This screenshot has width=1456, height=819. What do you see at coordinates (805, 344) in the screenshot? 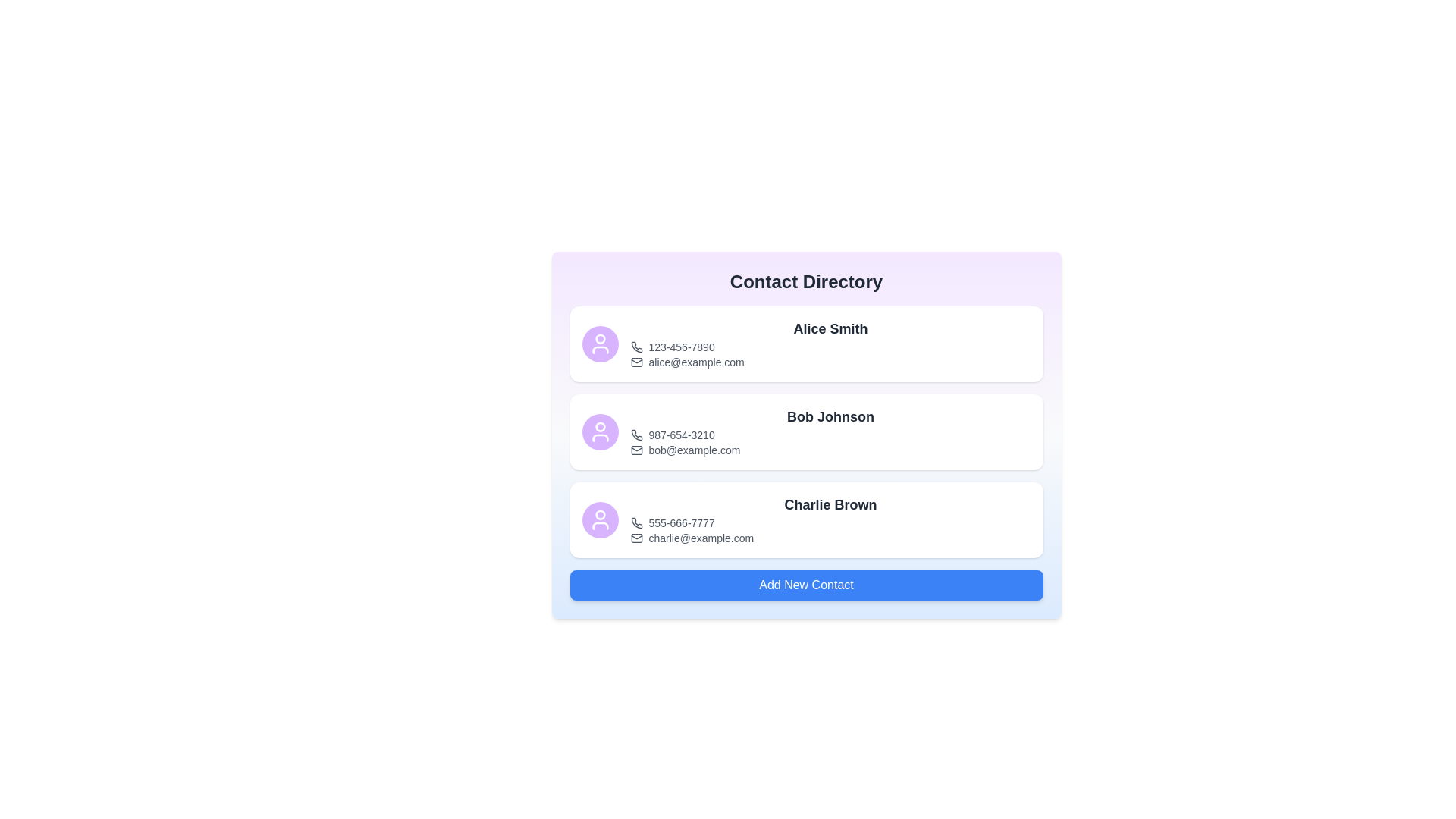
I see `the contact entry for Alice Smith` at bounding box center [805, 344].